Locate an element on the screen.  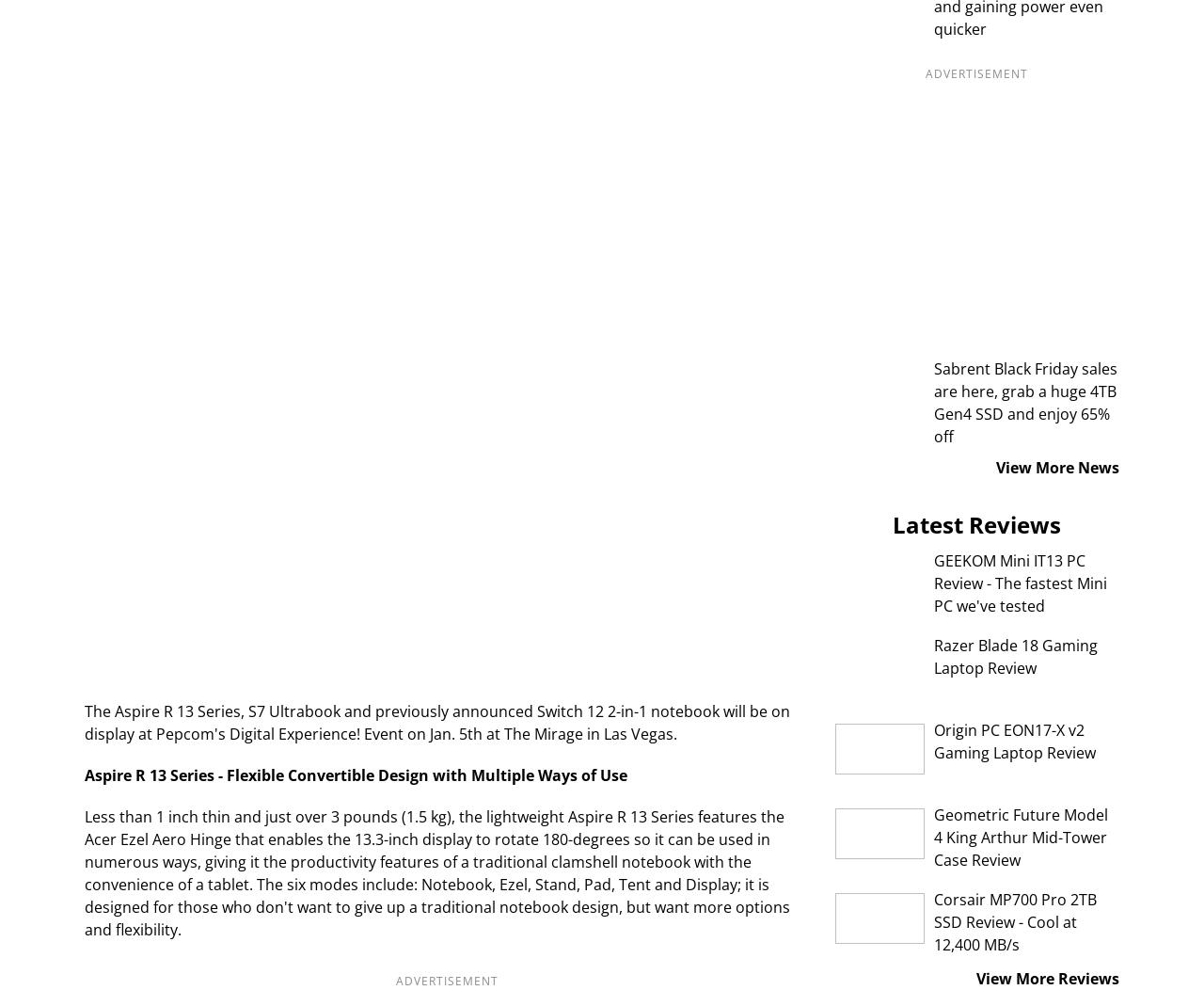
'Geometric Future Model 4 King Arthur Mid-Tower Case Review' is located at coordinates (1019, 837).